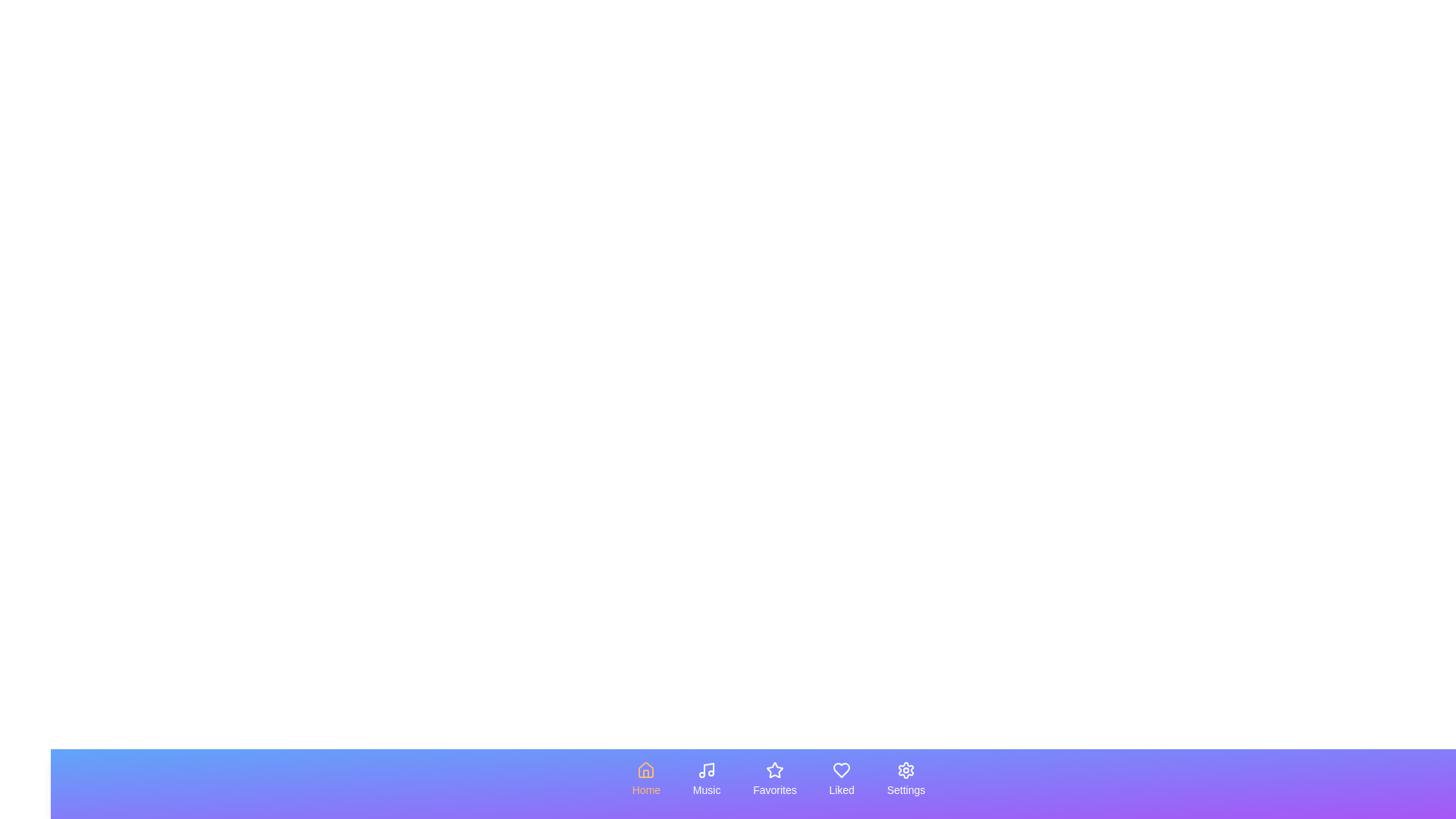 The height and width of the screenshot is (819, 1456). I want to click on the tab labeled Favorites to observe its visual feedback, so click(775, 780).